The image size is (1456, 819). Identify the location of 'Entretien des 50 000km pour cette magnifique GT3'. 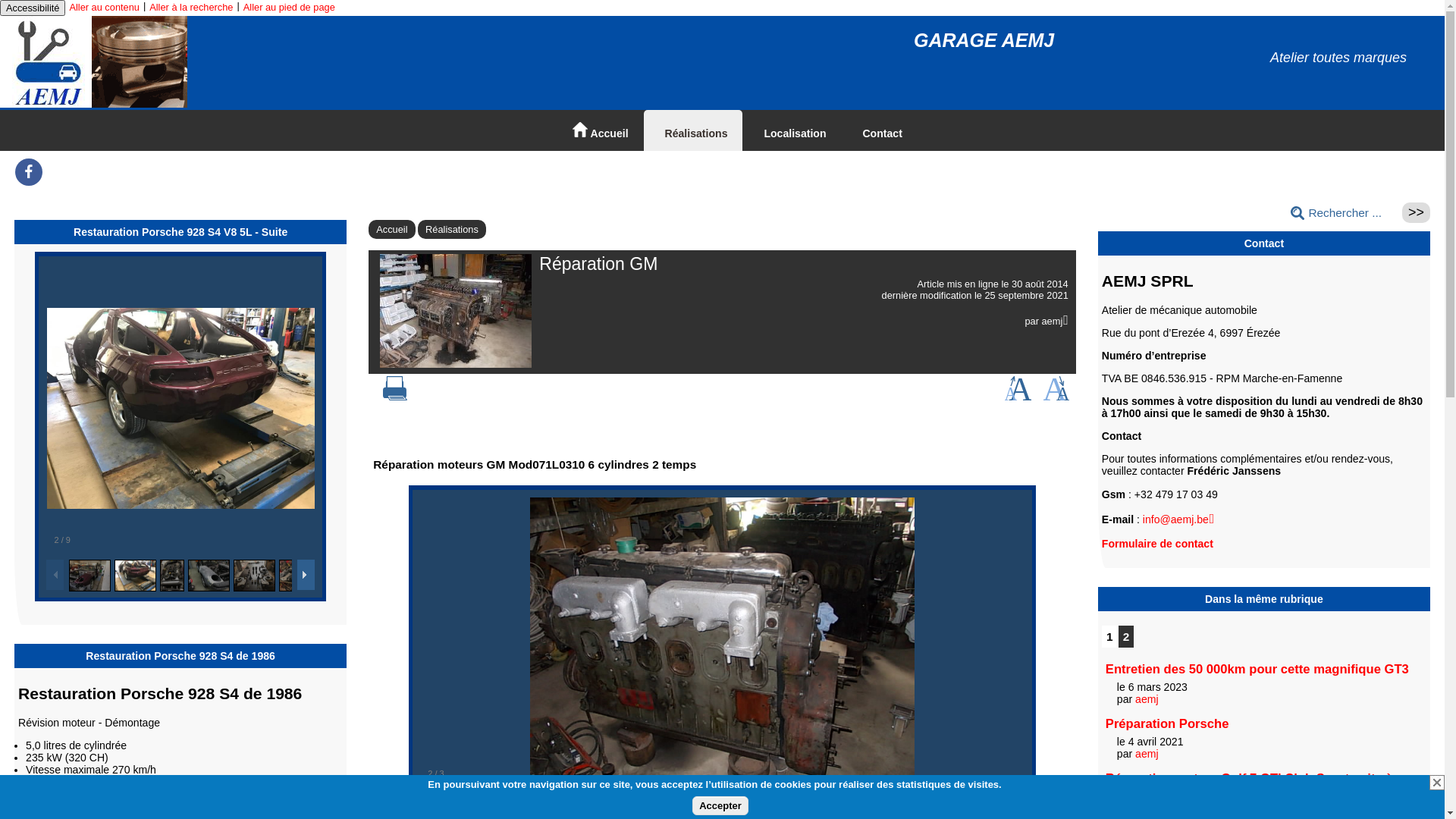
(1257, 668).